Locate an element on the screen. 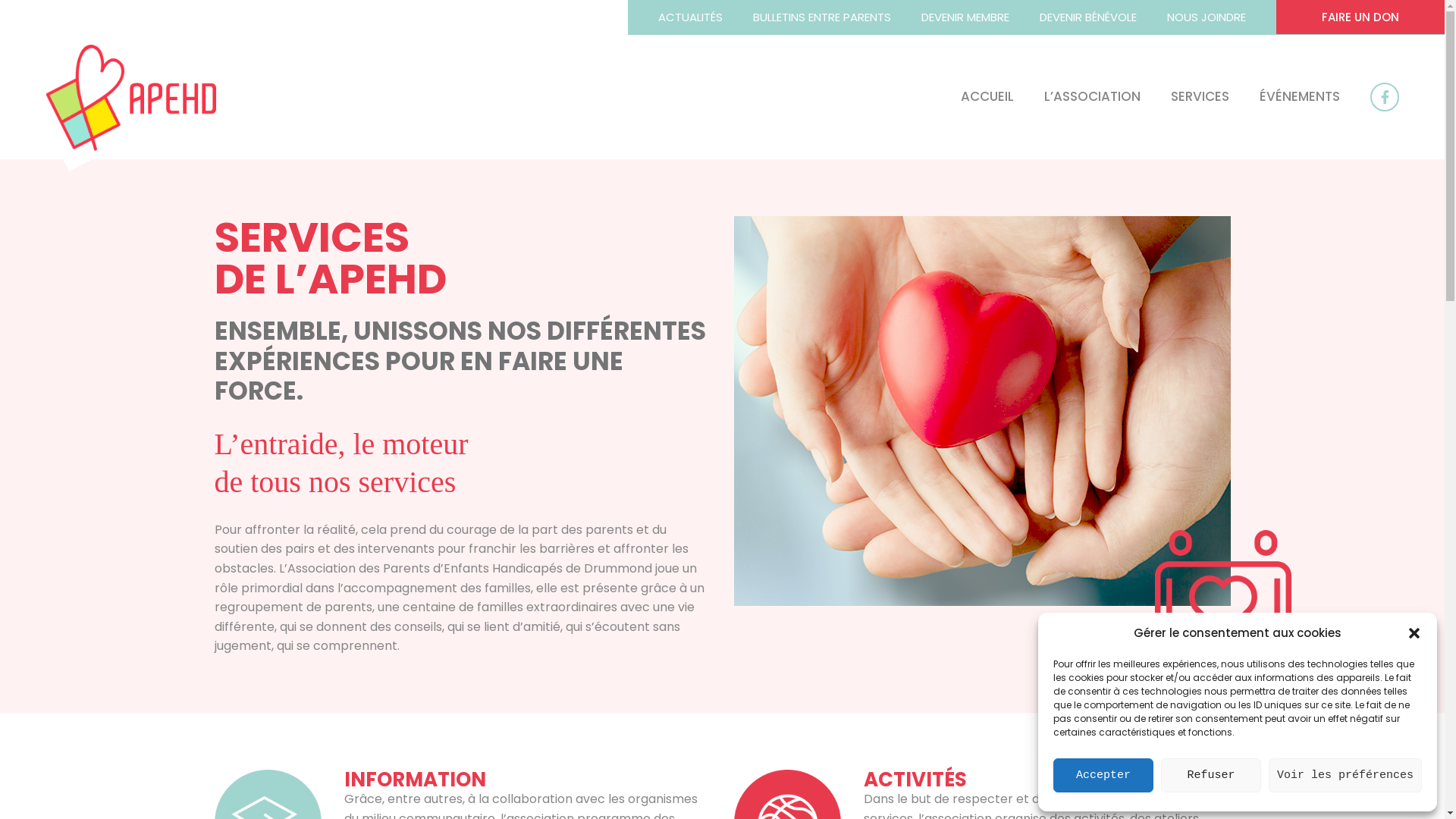  'SERVICES' is located at coordinates (1140, 96).